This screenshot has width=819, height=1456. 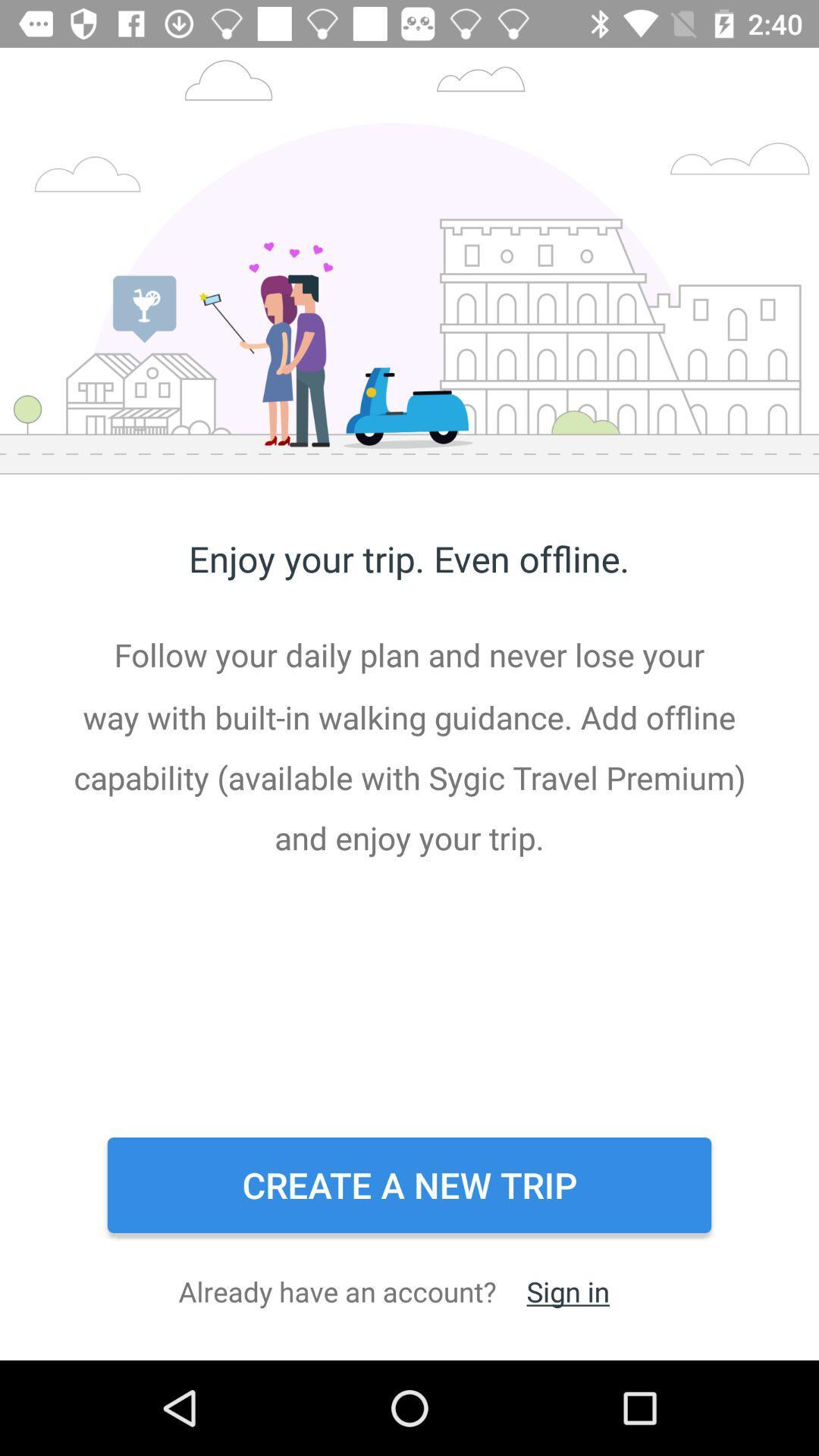 What do you see at coordinates (568, 1291) in the screenshot?
I see `the sign in item` at bounding box center [568, 1291].